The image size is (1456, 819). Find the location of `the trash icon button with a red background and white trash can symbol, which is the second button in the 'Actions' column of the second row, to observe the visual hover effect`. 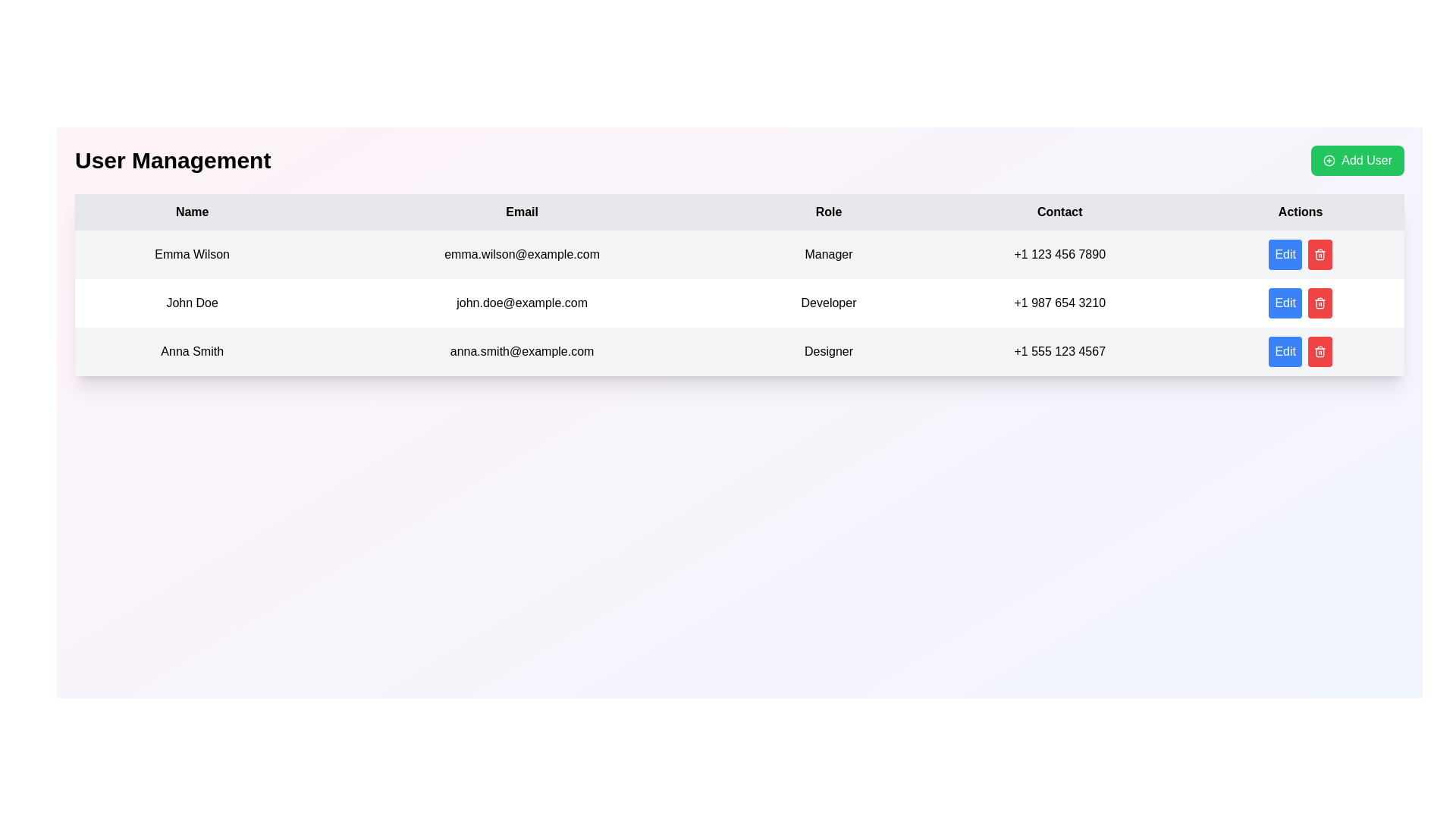

the trash icon button with a red background and white trash can symbol, which is the second button in the 'Actions' column of the second row, to observe the visual hover effect is located at coordinates (1319, 253).